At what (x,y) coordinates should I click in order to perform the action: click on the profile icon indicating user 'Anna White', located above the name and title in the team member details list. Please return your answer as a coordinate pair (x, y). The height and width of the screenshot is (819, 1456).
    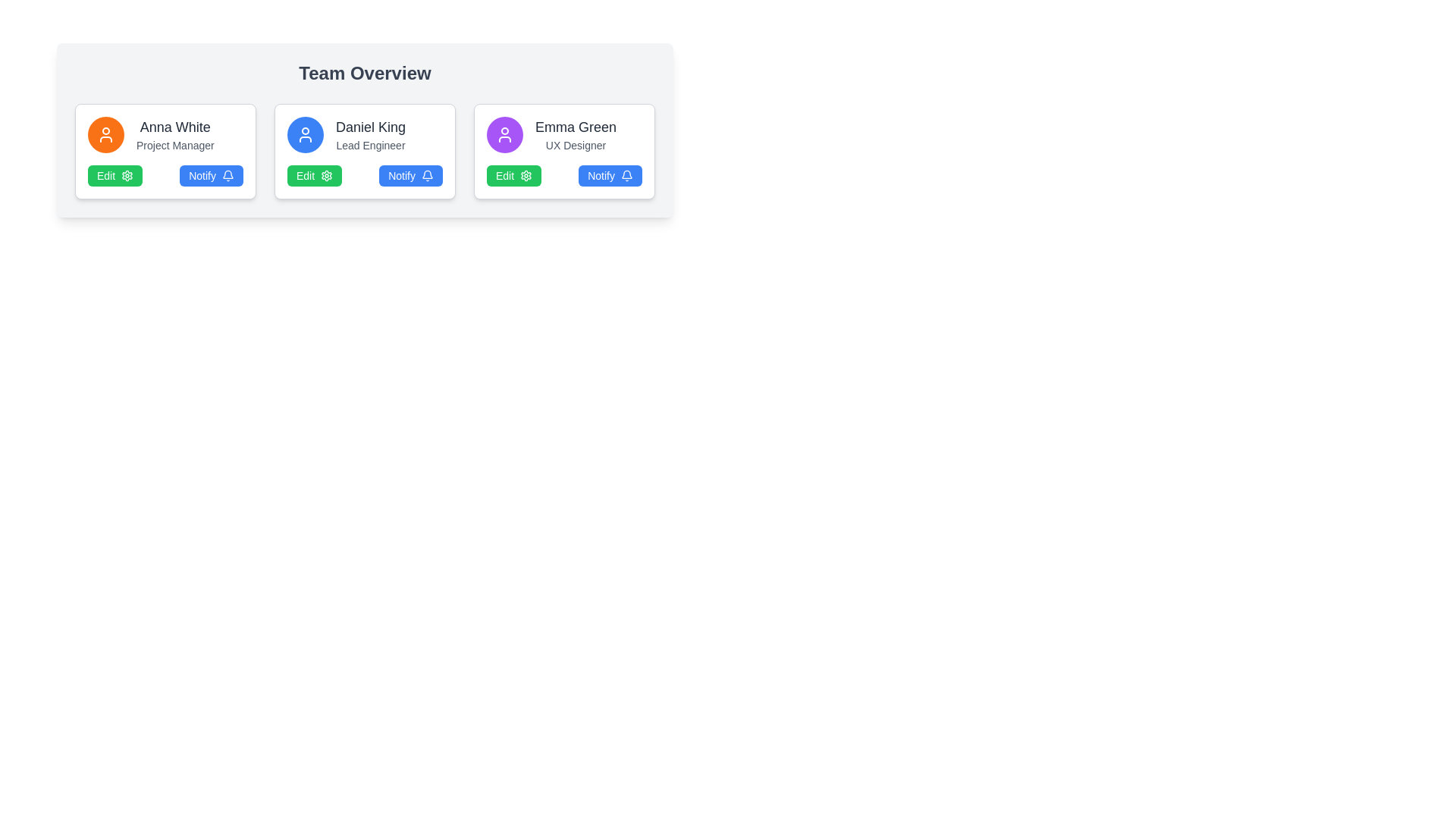
    Looking at the image, I should click on (105, 133).